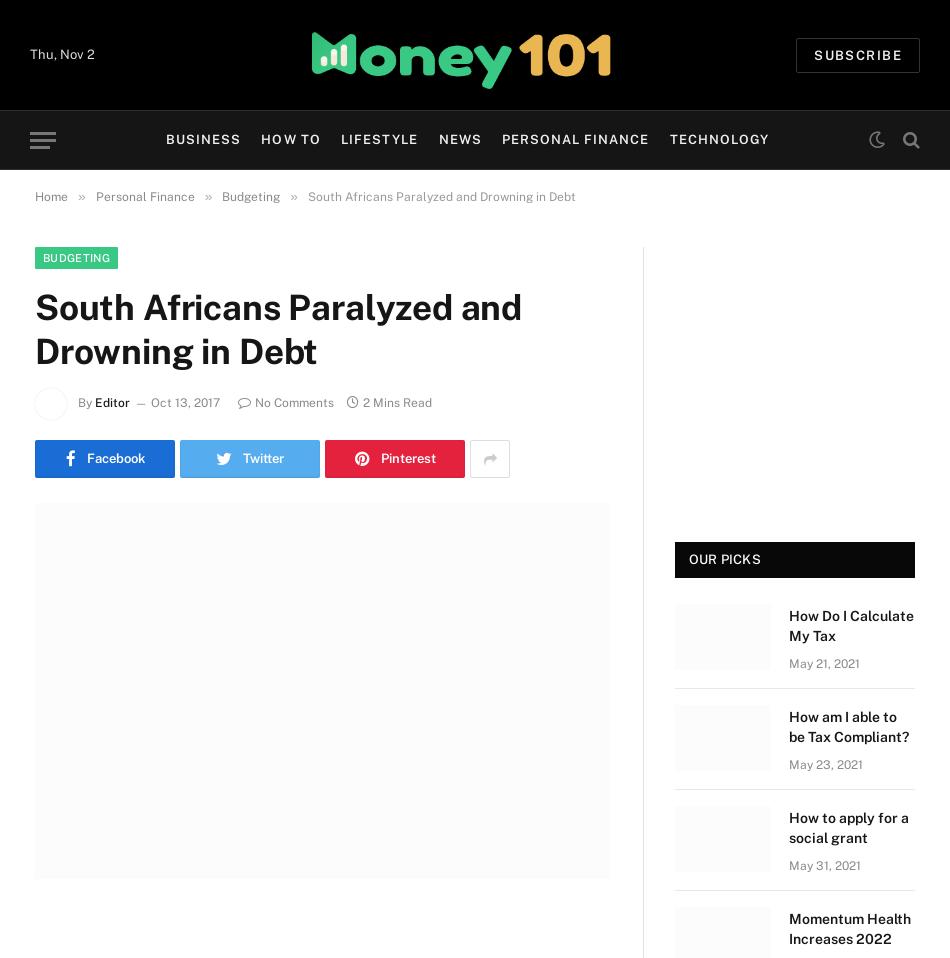 This screenshot has width=950, height=958. What do you see at coordinates (253, 403) in the screenshot?
I see `'No Comments'` at bounding box center [253, 403].